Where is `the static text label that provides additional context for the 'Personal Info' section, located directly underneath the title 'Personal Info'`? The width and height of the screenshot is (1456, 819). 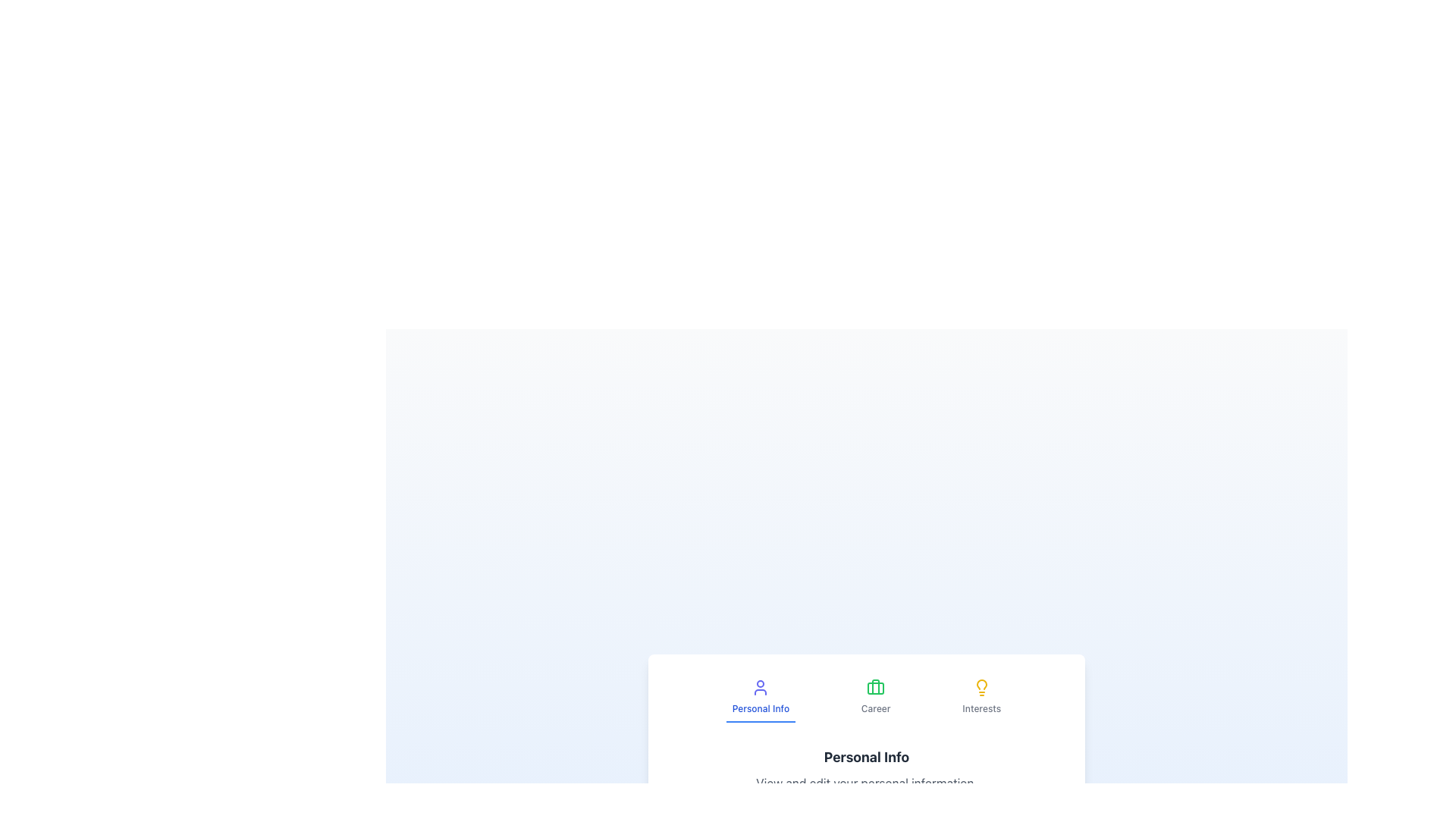 the static text label that provides additional context for the 'Personal Info' section, located directly underneath the title 'Personal Info' is located at coordinates (866, 783).